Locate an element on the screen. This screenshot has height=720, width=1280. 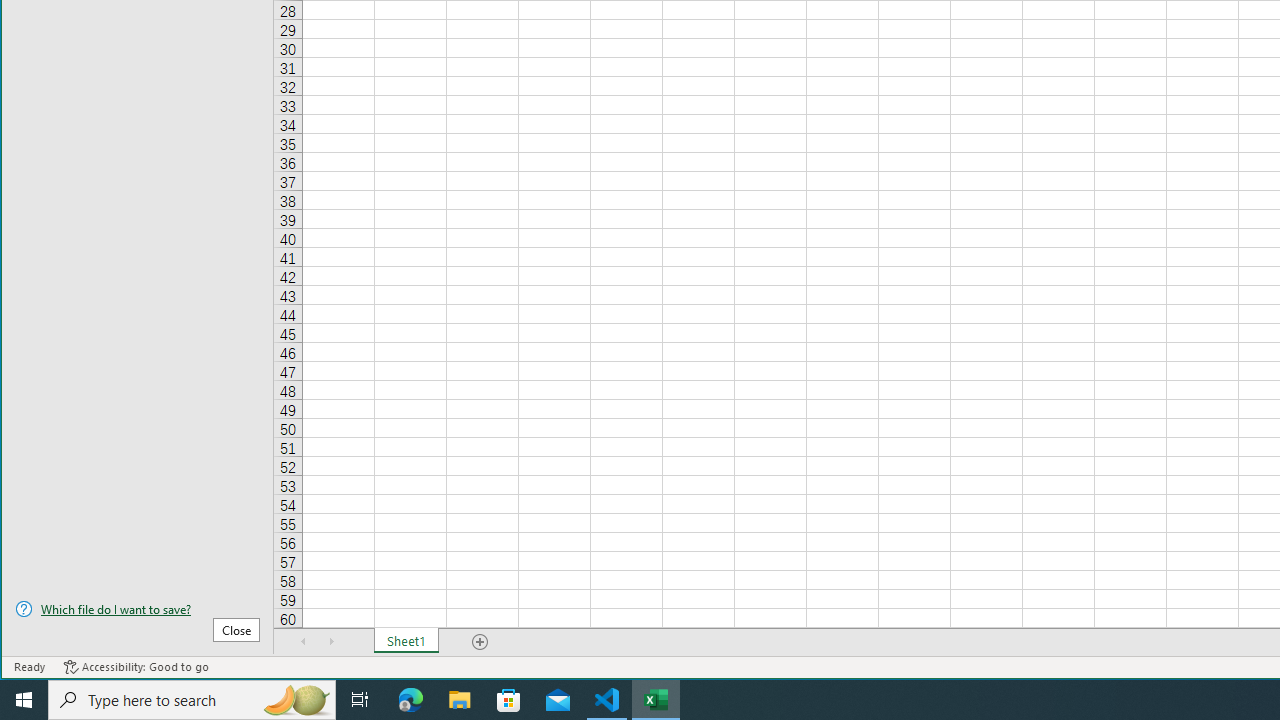
'Task View' is located at coordinates (359, 698).